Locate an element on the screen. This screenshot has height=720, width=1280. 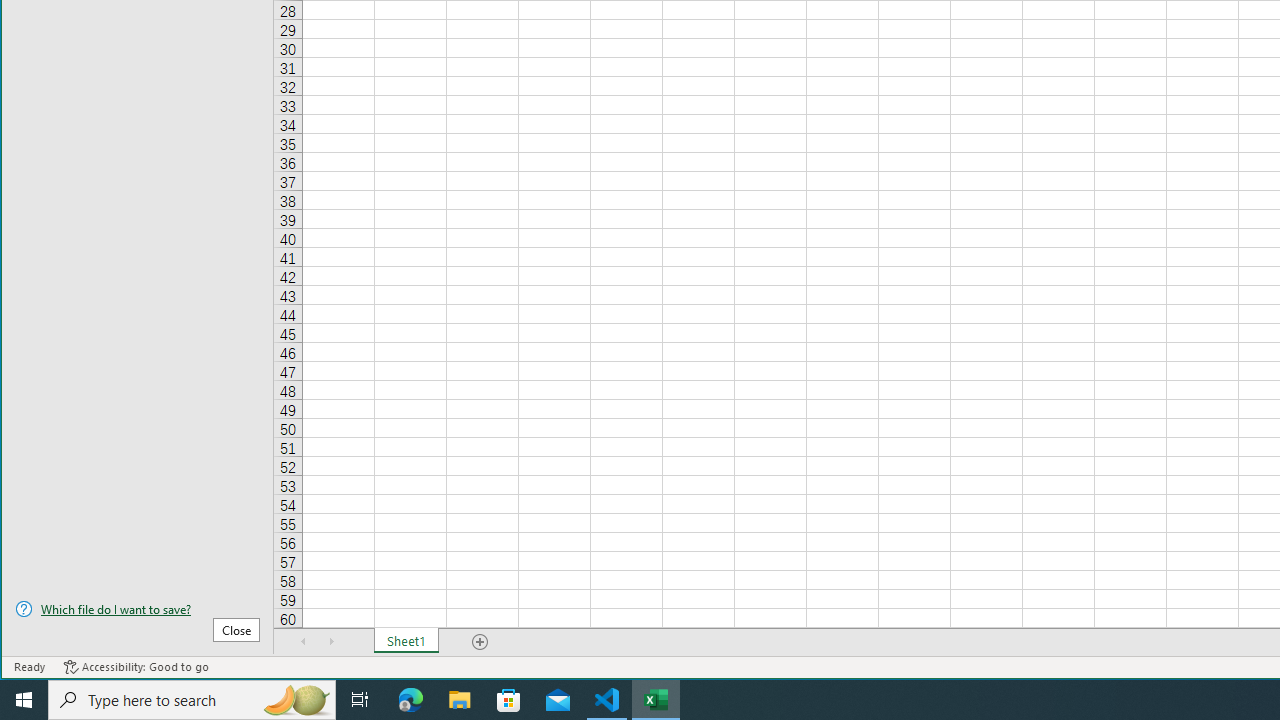
'Task View' is located at coordinates (359, 698).